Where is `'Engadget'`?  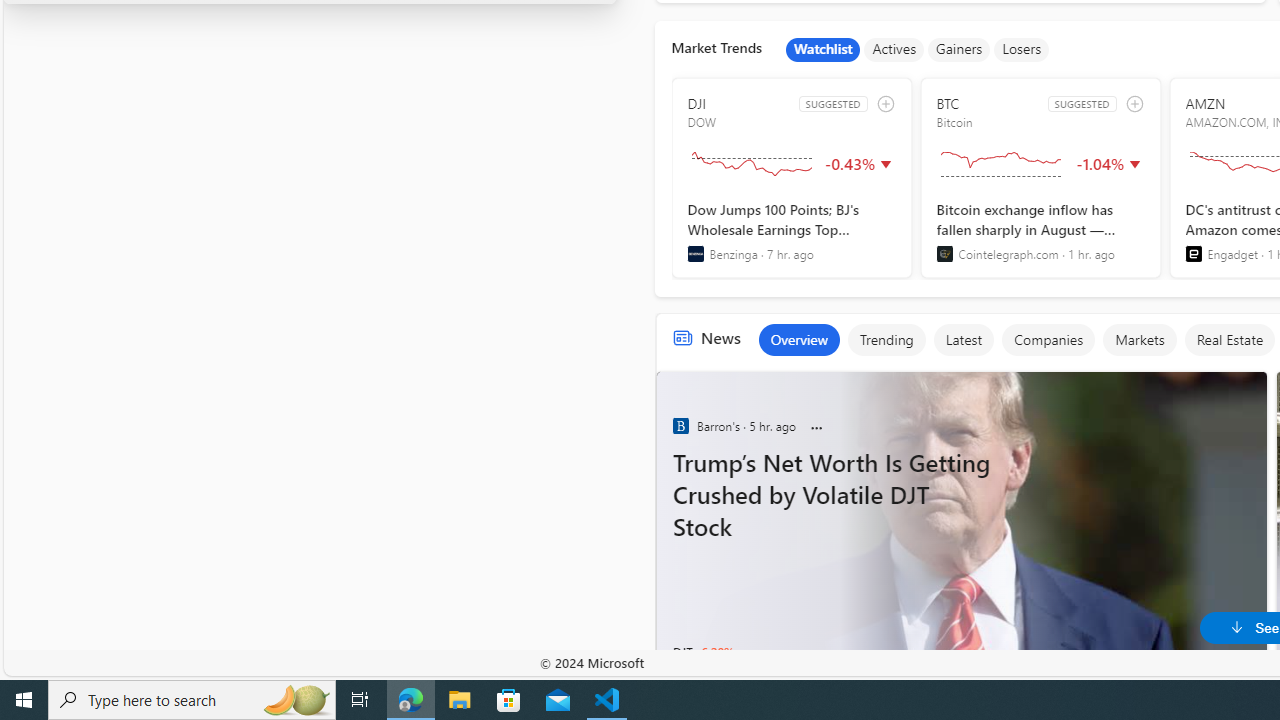 'Engadget' is located at coordinates (1193, 253).